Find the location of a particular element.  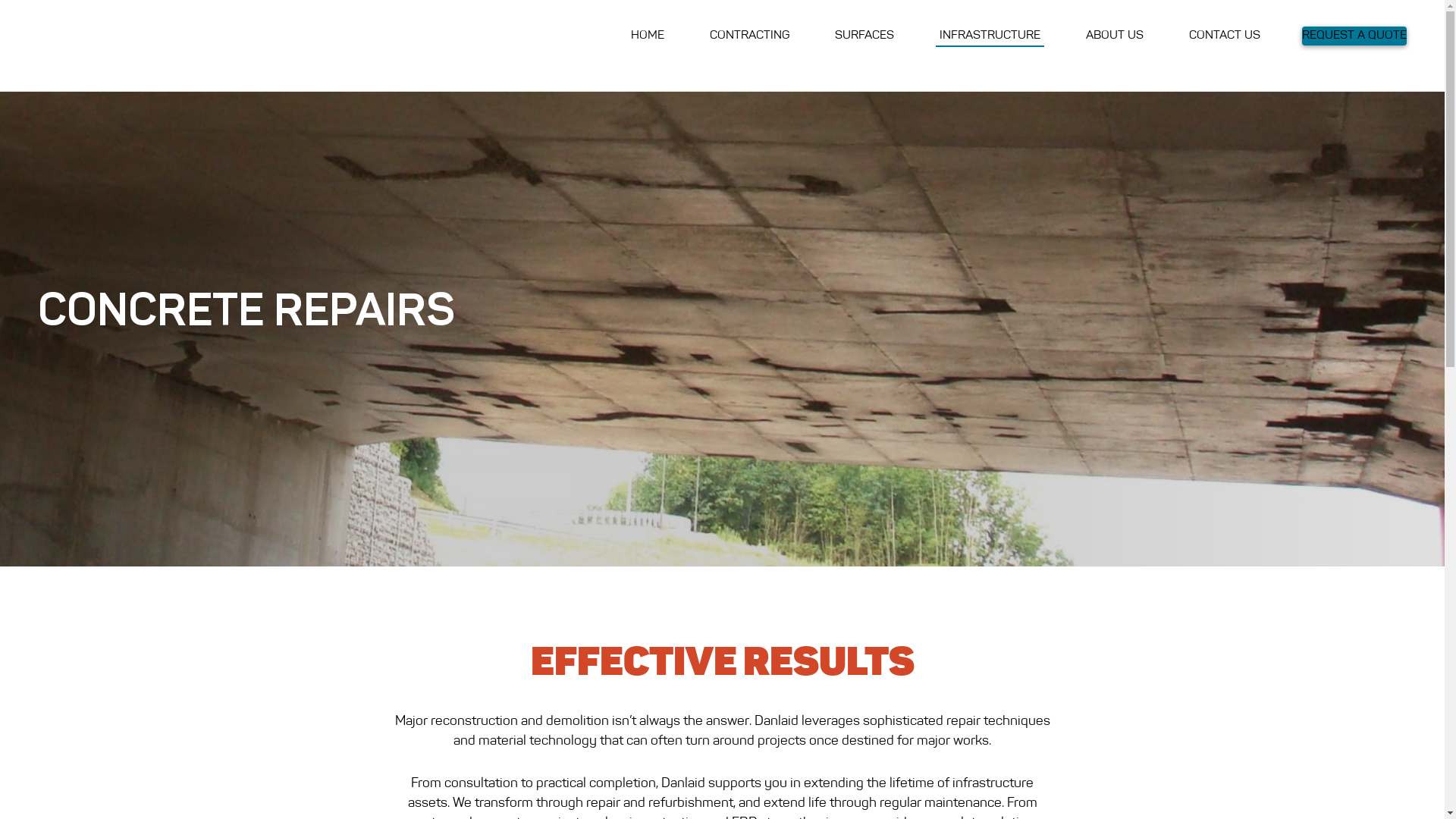

'REQUEST A QUOTE' is located at coordinates (1354, 35).